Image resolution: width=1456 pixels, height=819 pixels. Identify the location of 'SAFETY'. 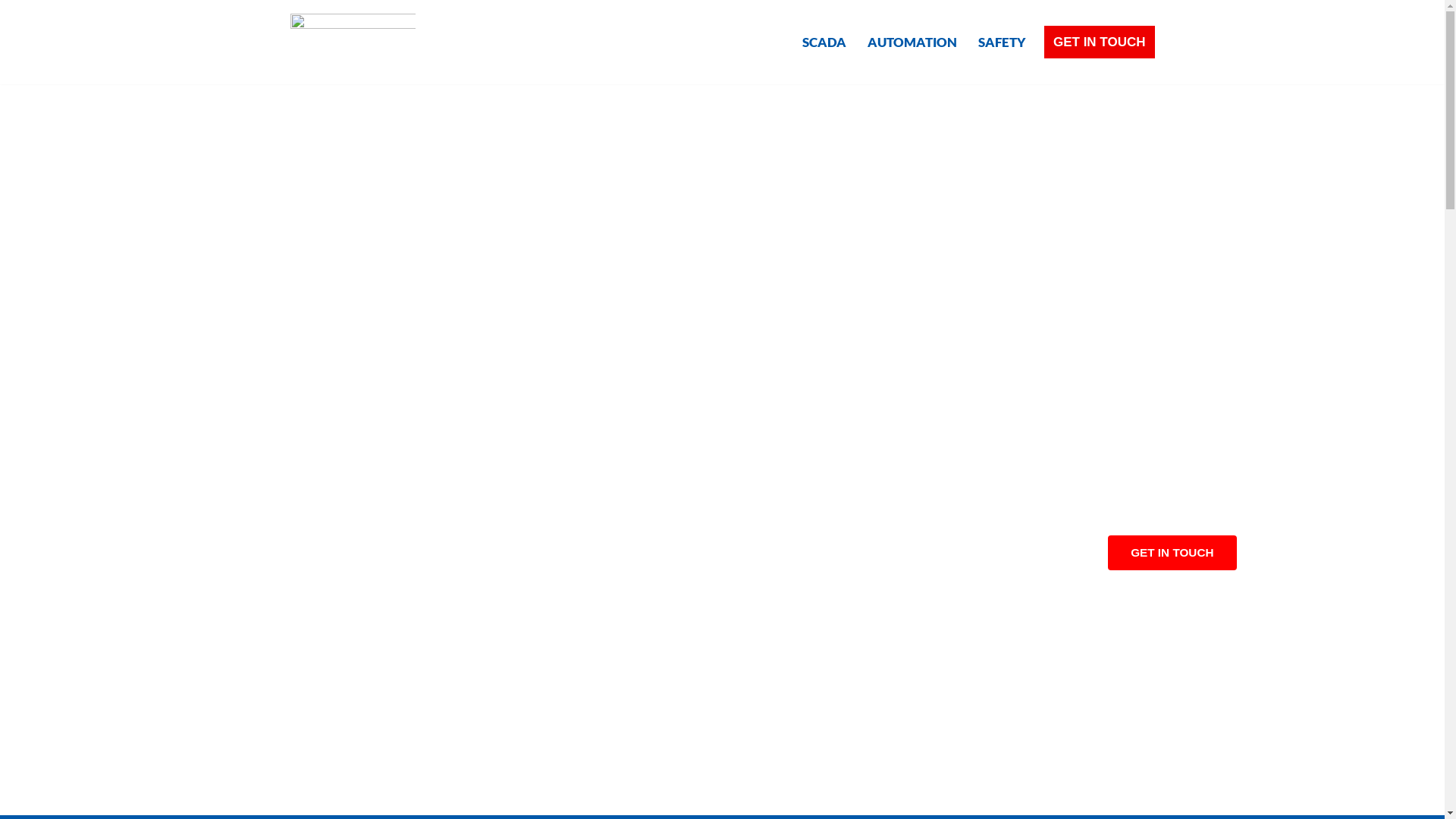
(1002, 40).